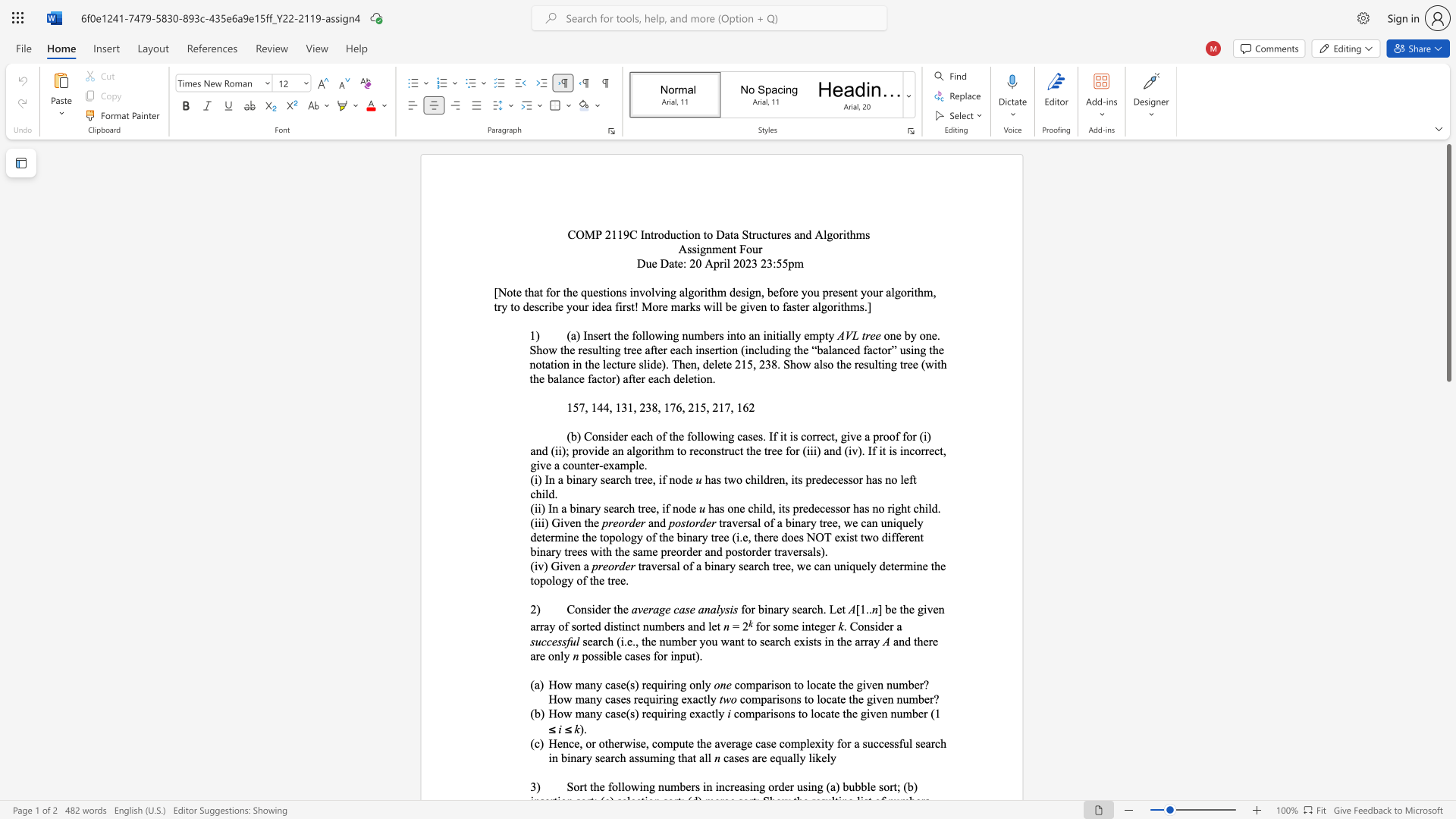  Describe the element at coordinates (789, 306) in the screenshot. I see `the 6th character "a" in the text` at that location.